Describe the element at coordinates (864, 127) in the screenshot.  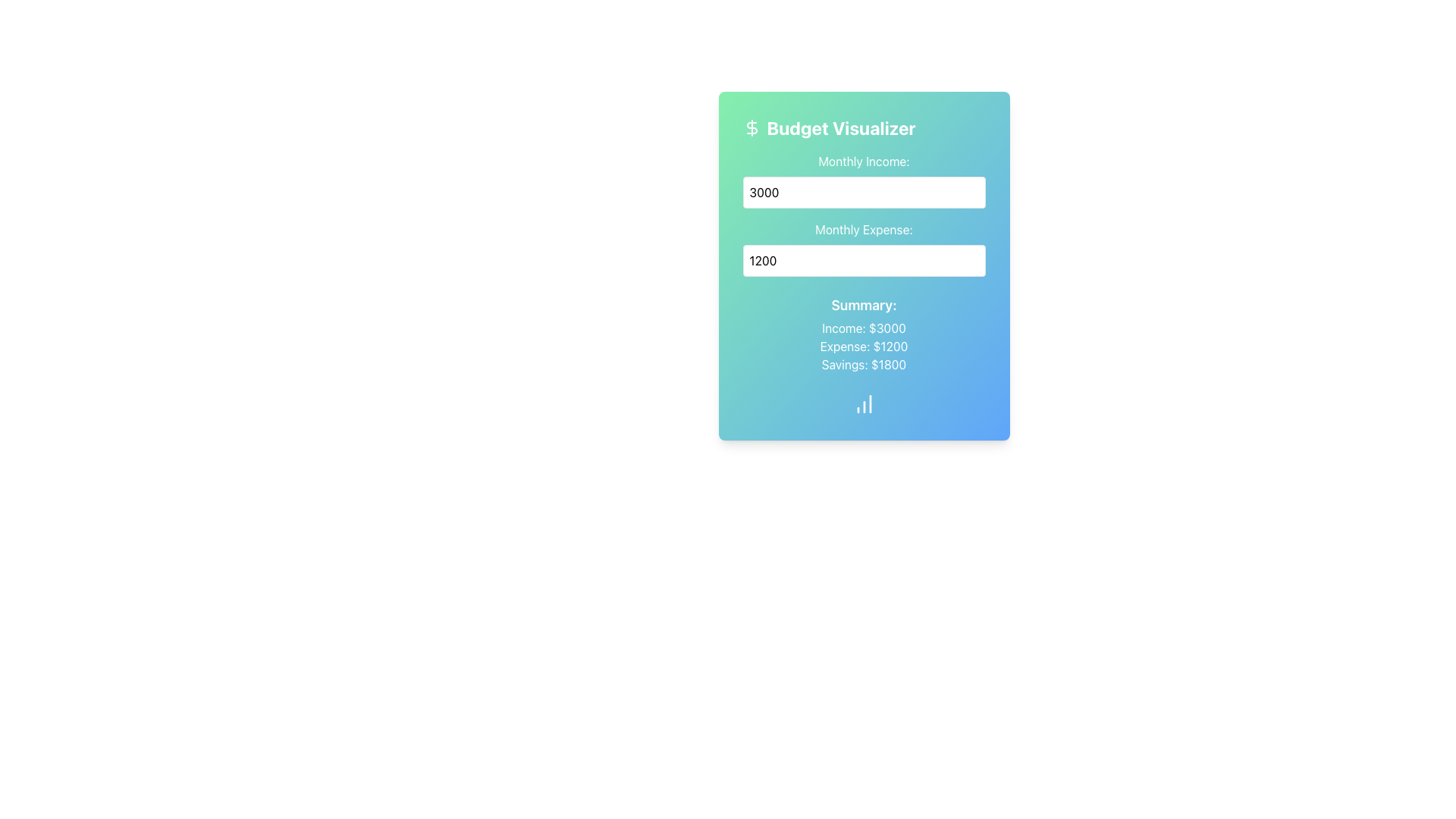
I see `the header text element of the budget visualizer card, which is located in the top-left corner, adjacent to the dollar sign icon` at that location.